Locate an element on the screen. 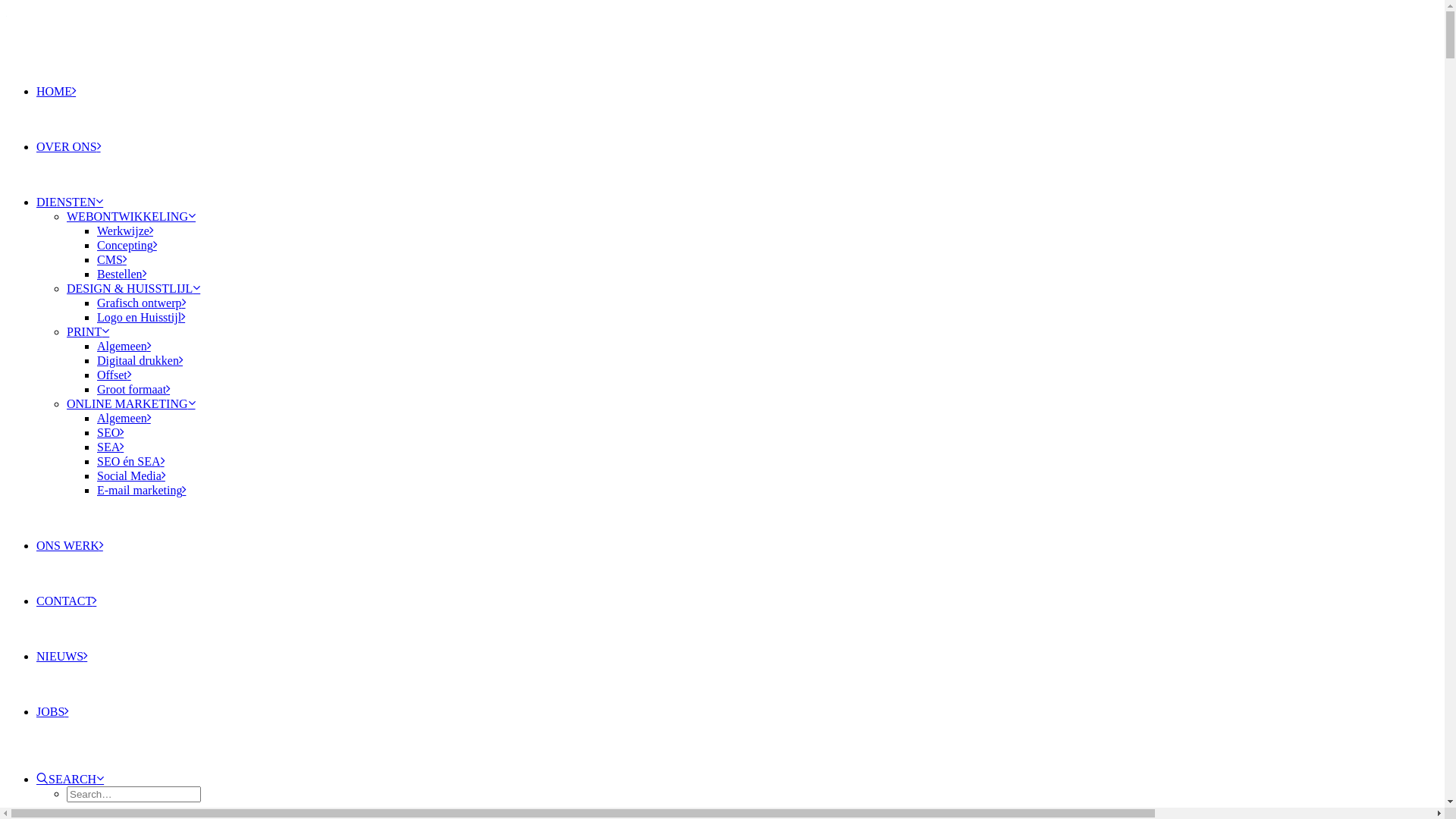 Image resolution: width=1456 pixels, height=819 pixels. 'Concepting' is located at coordinates (127, 244).